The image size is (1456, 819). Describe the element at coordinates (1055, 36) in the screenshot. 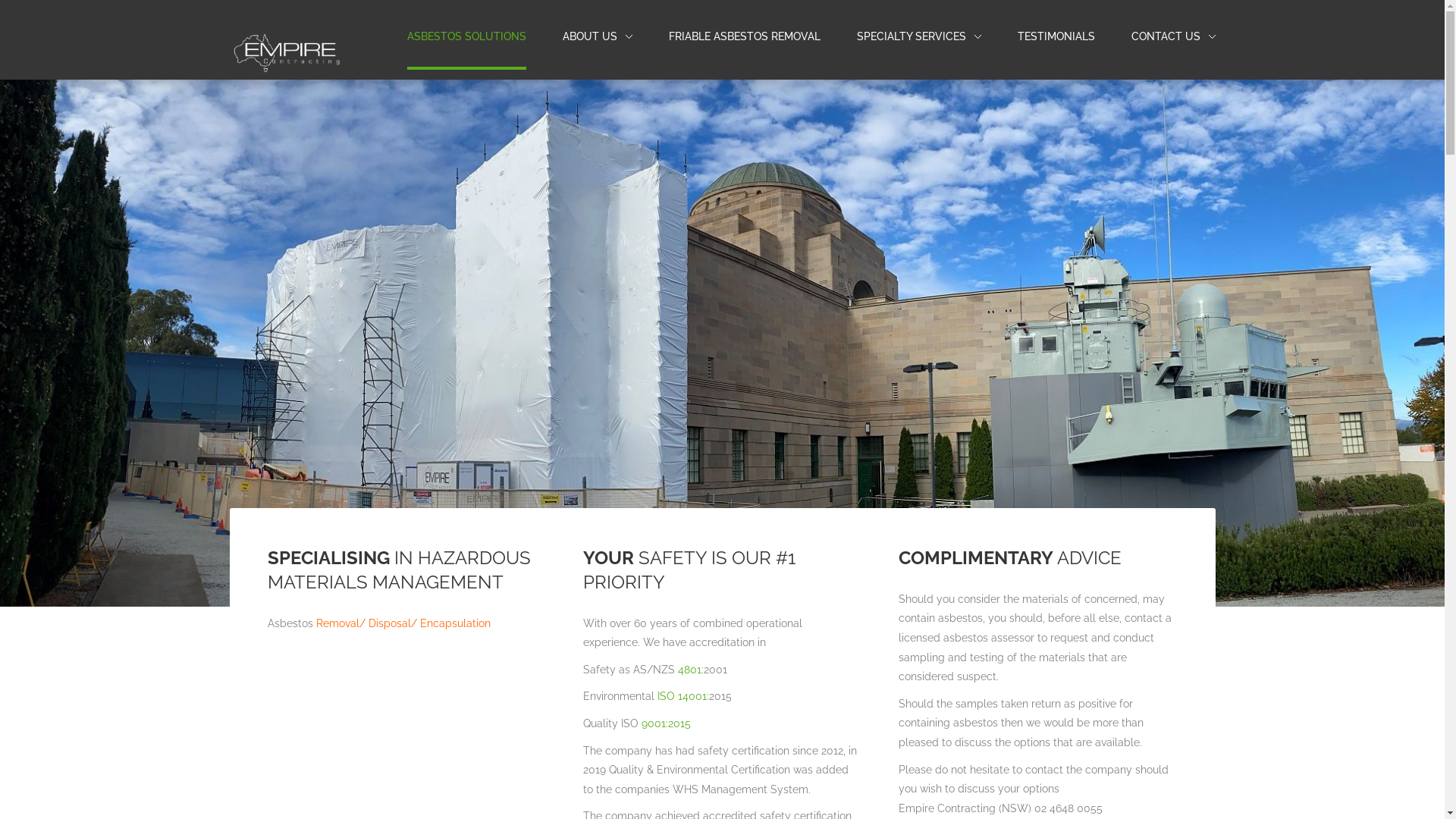

I see `'TESTIMONIALS'` at that location.